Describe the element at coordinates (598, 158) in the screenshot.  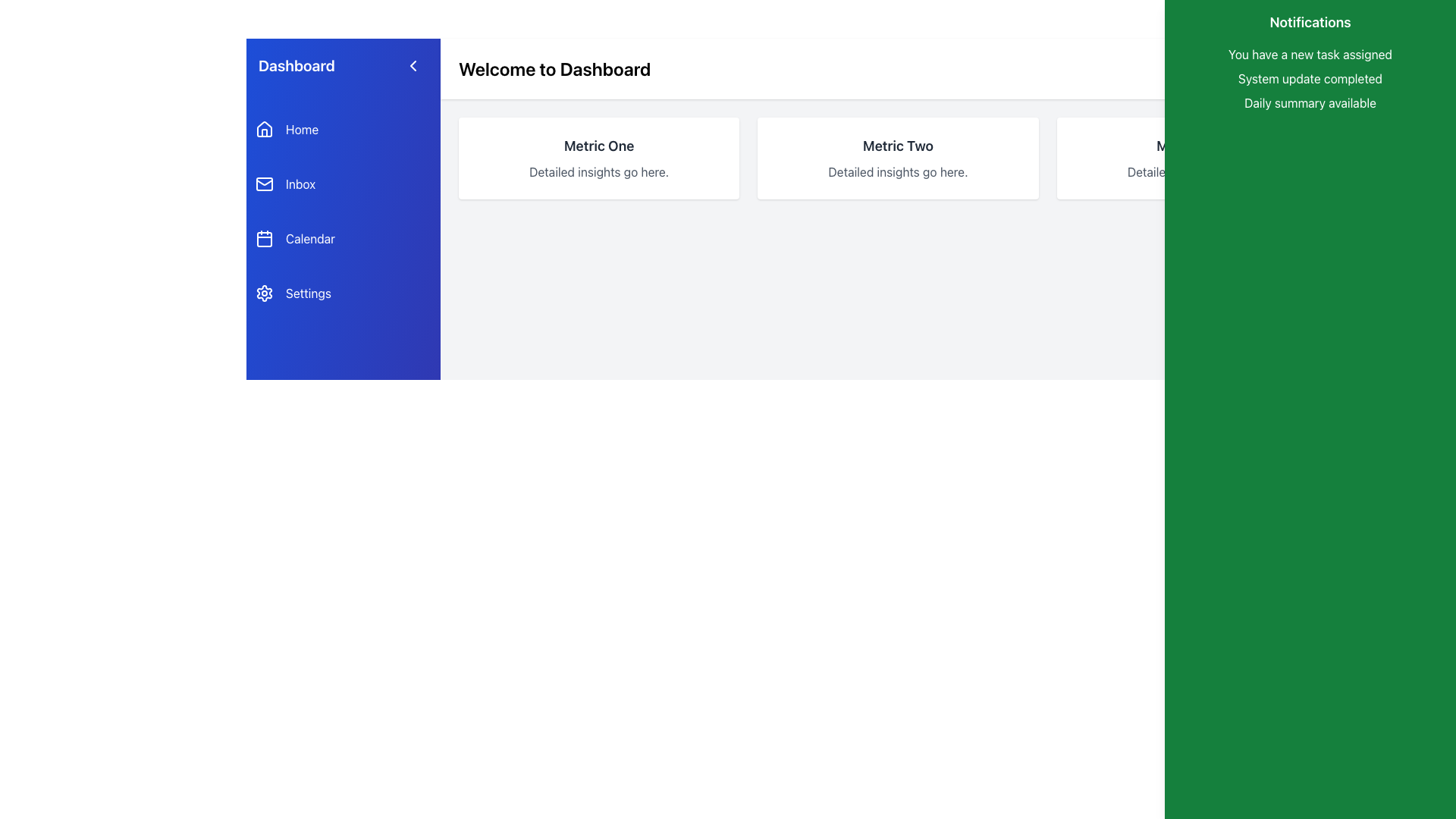
I see `the Informational Card that presents 'Metric One' and its description 'Detailed insights go here', located in the upper midsection of the interface, to the left of 'Metric Two' and 'Metric Three'` at that location.